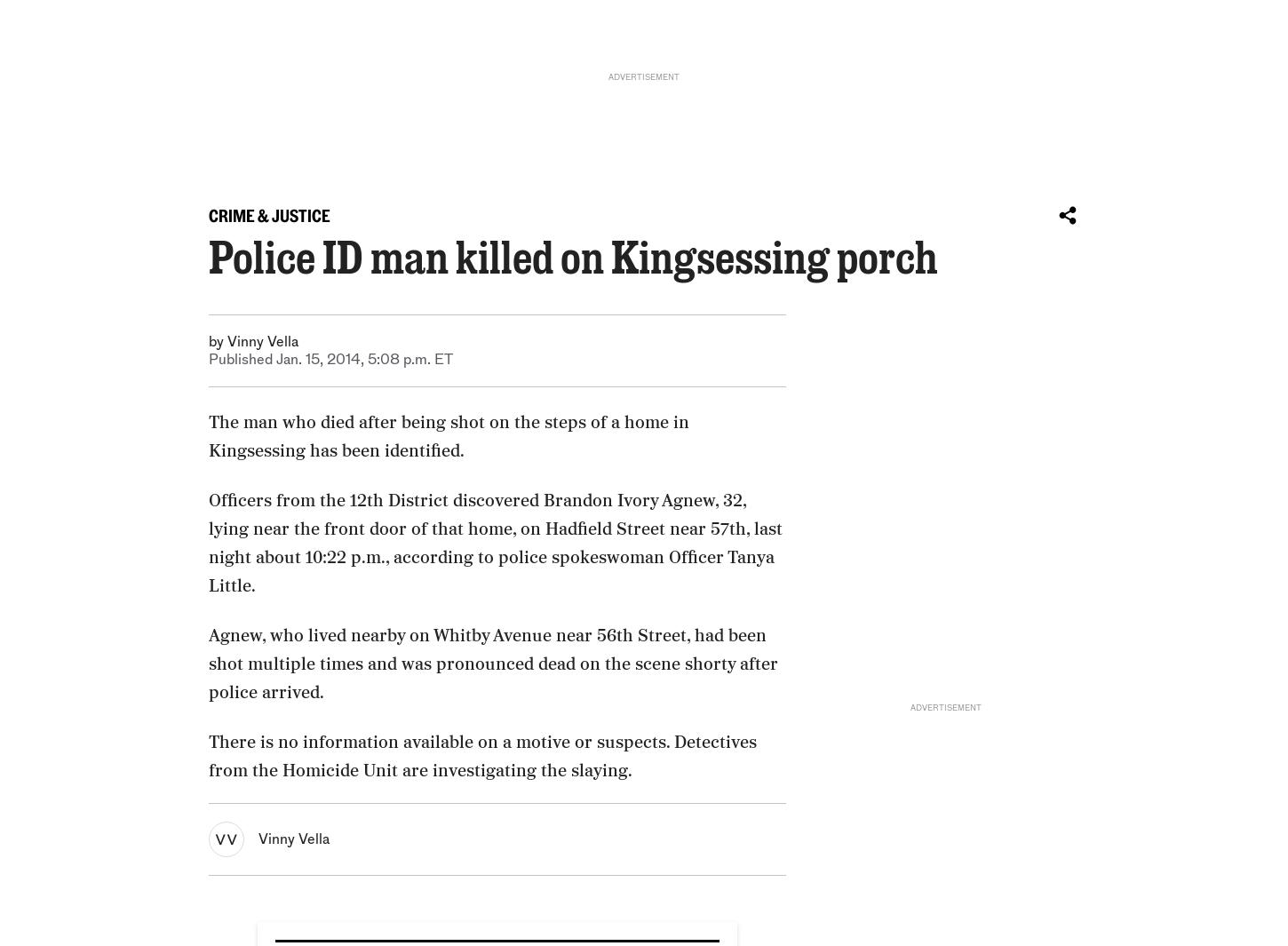  What do you see at coordinates (515, 109) in the screenshot?
I see `'Rodrigo Torrejón'` at bounding box center [515, 109].